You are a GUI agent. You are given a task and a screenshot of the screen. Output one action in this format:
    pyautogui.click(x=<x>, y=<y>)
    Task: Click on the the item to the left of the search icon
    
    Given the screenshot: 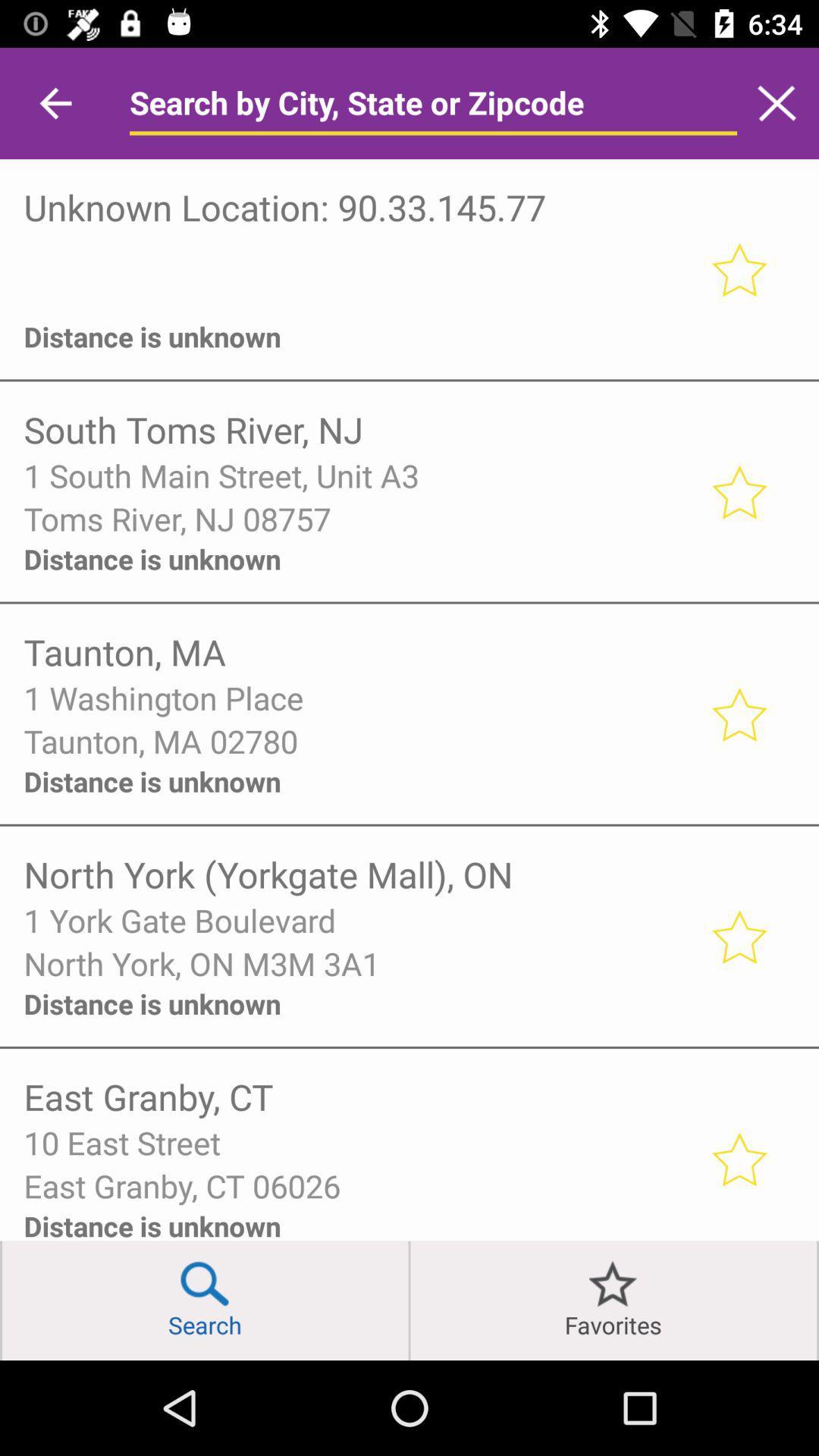 What is the action you would take?
    pyautogui.click(x=1, y=1300)
    